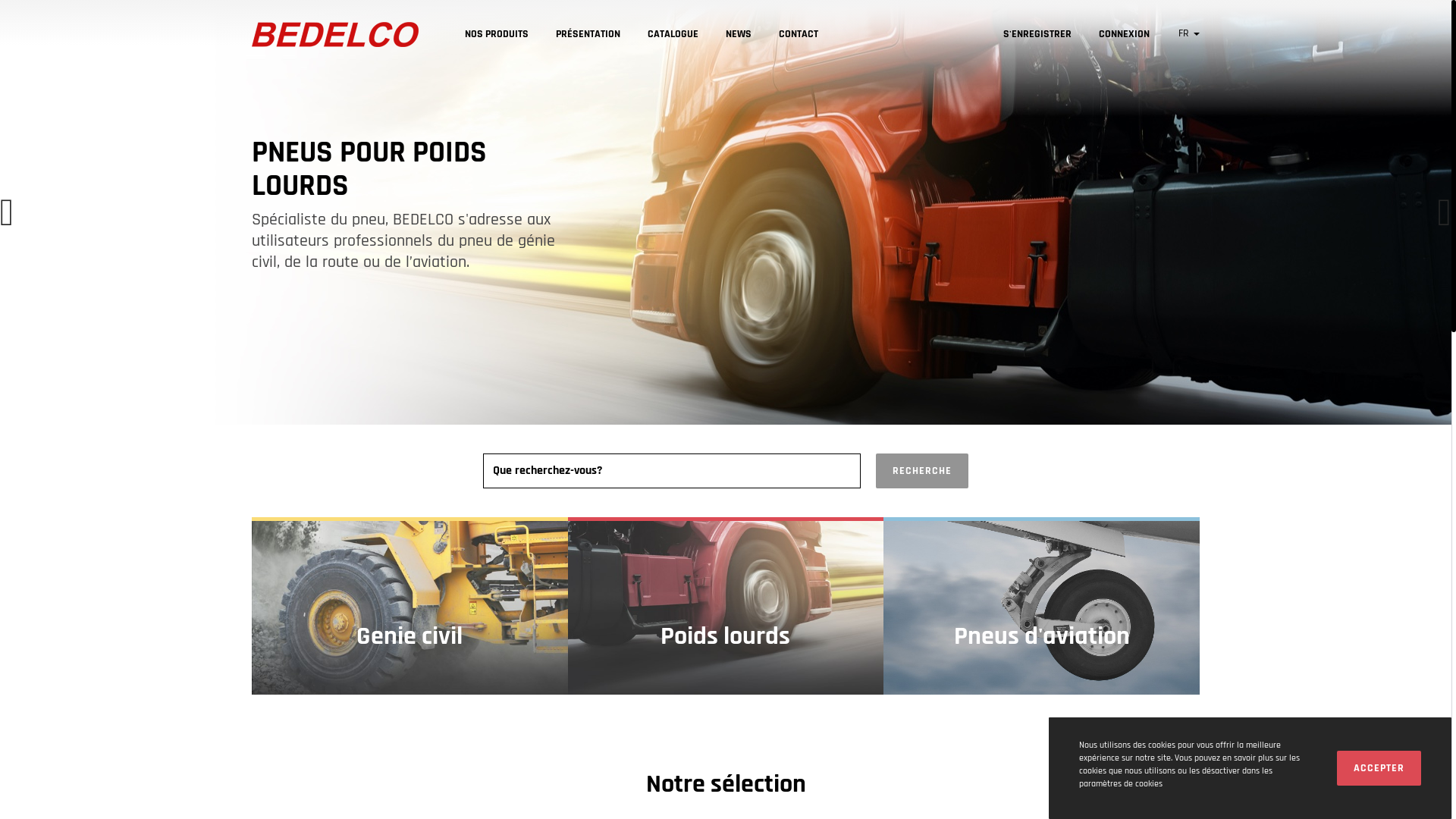 The height and width of the screenshot is (819, 1456). What do you see at coordinates (672, 34) in the screenshot?
I see `'CATALOGUE'` at bounding box center [672, 34].